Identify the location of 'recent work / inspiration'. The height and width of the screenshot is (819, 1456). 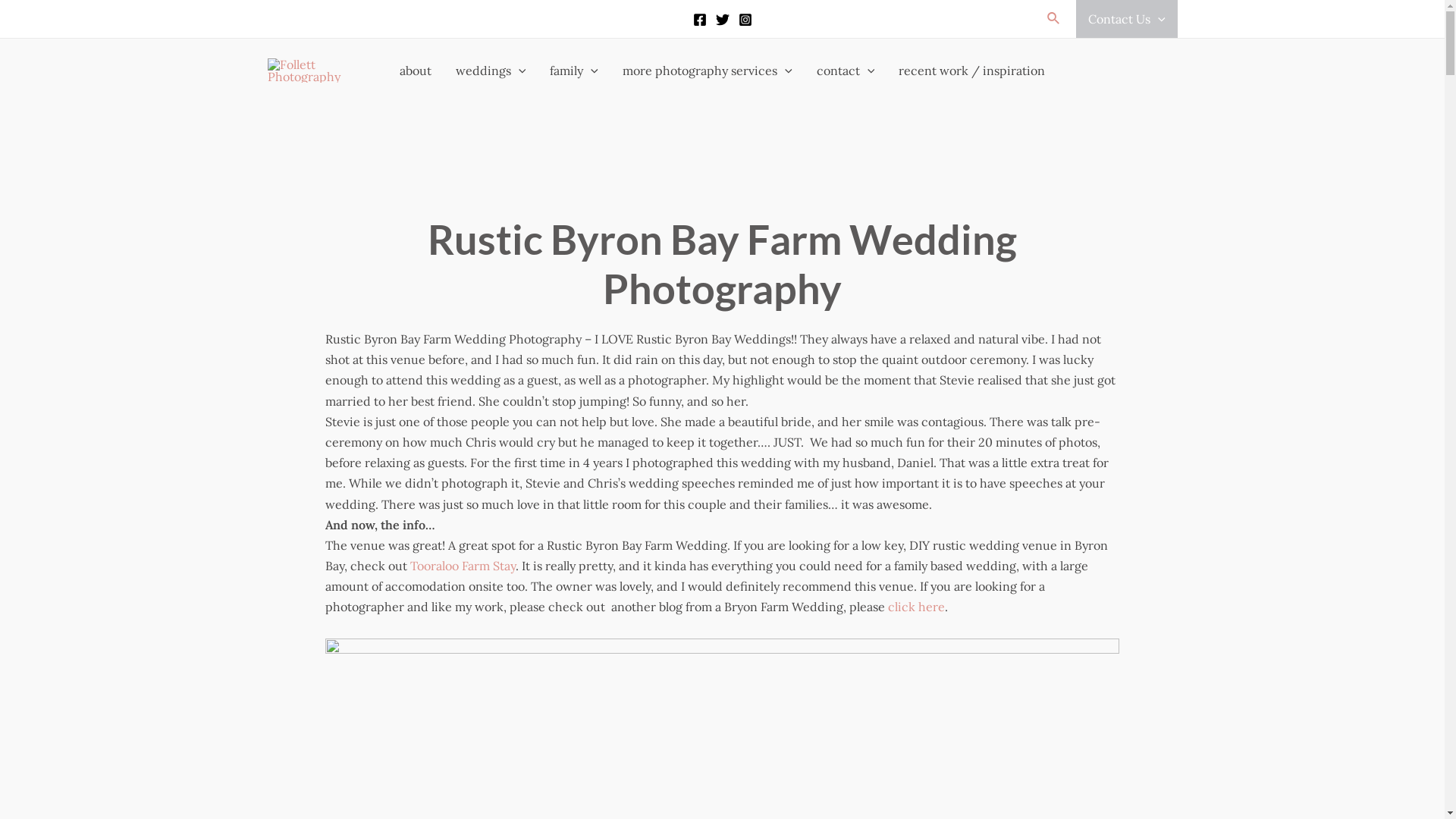
(971, 70).